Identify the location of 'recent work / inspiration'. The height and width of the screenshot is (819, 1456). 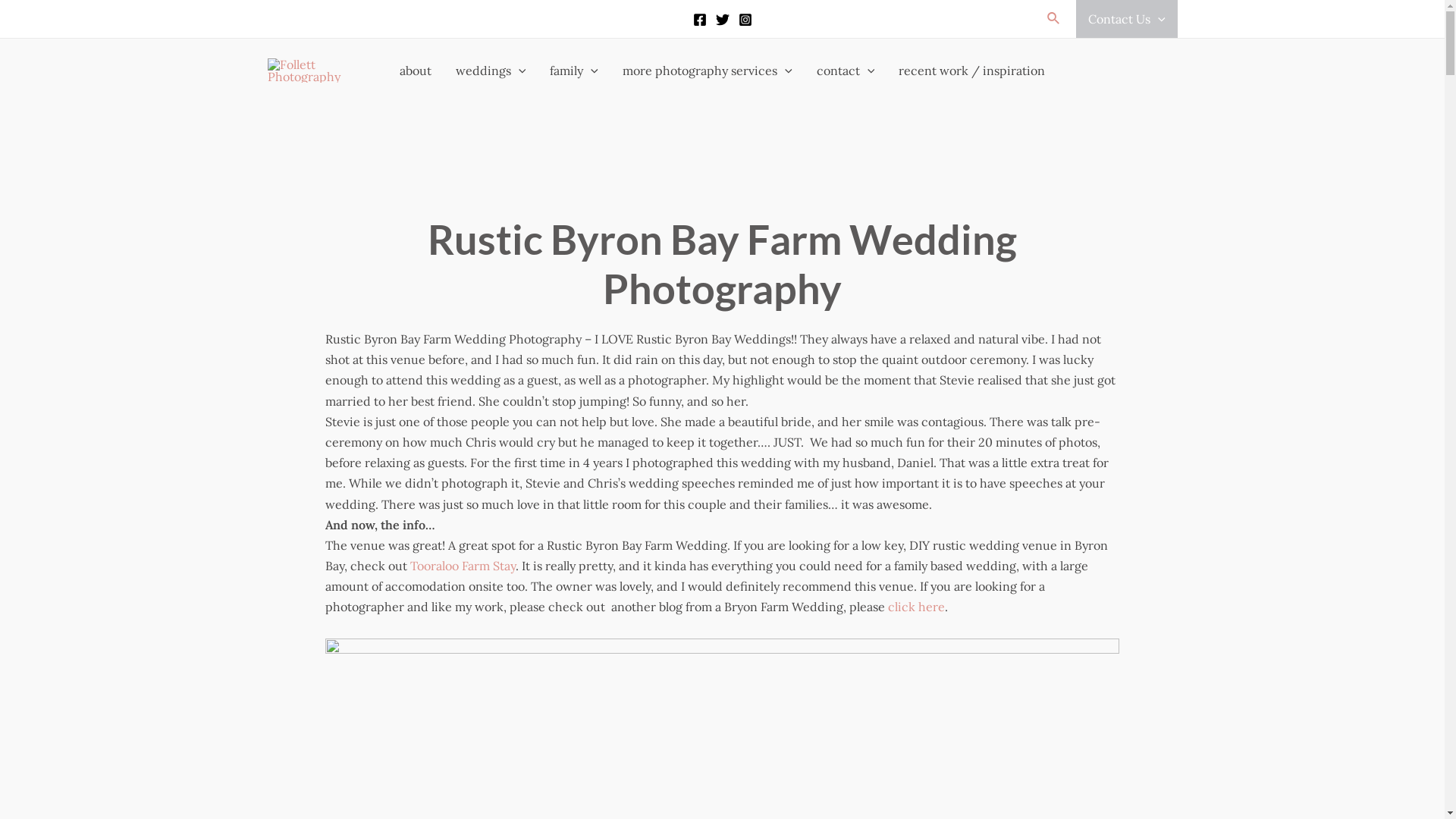
(971, 70).